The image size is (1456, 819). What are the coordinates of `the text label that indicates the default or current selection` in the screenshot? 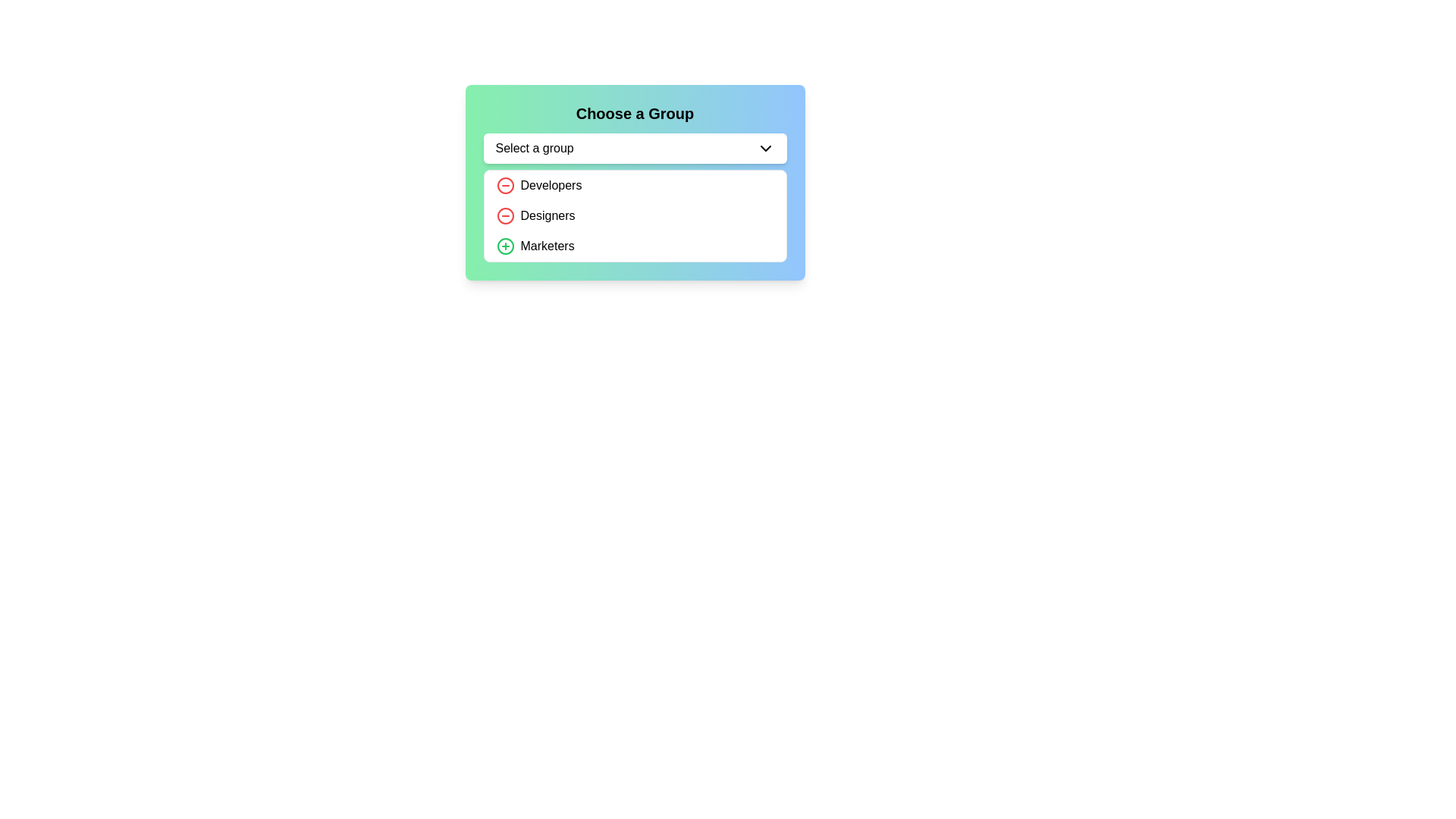 It's located at (535, 149).